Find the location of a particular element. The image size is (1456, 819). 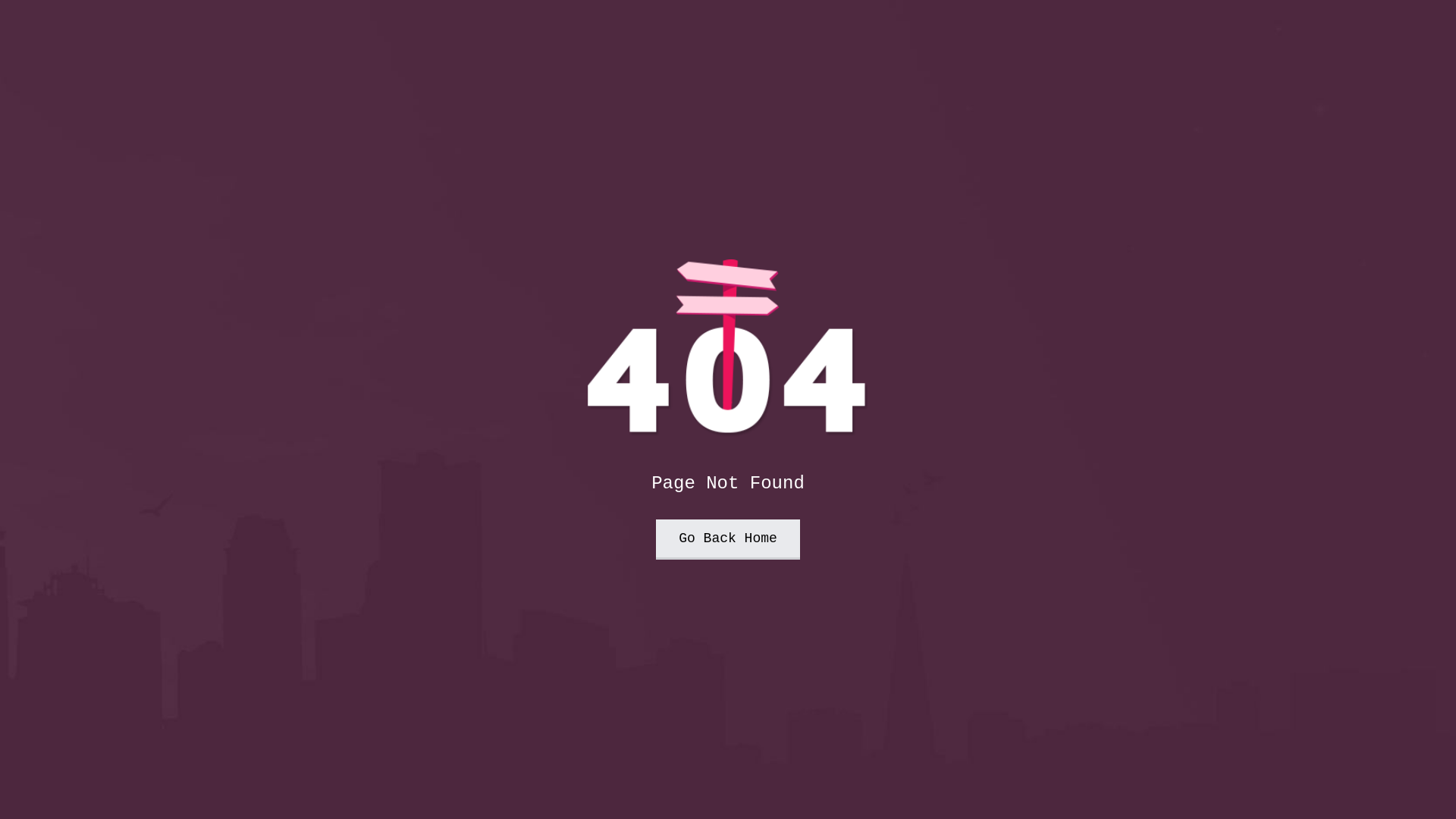

'Go Back Home' is located at coordinates (728, 538).